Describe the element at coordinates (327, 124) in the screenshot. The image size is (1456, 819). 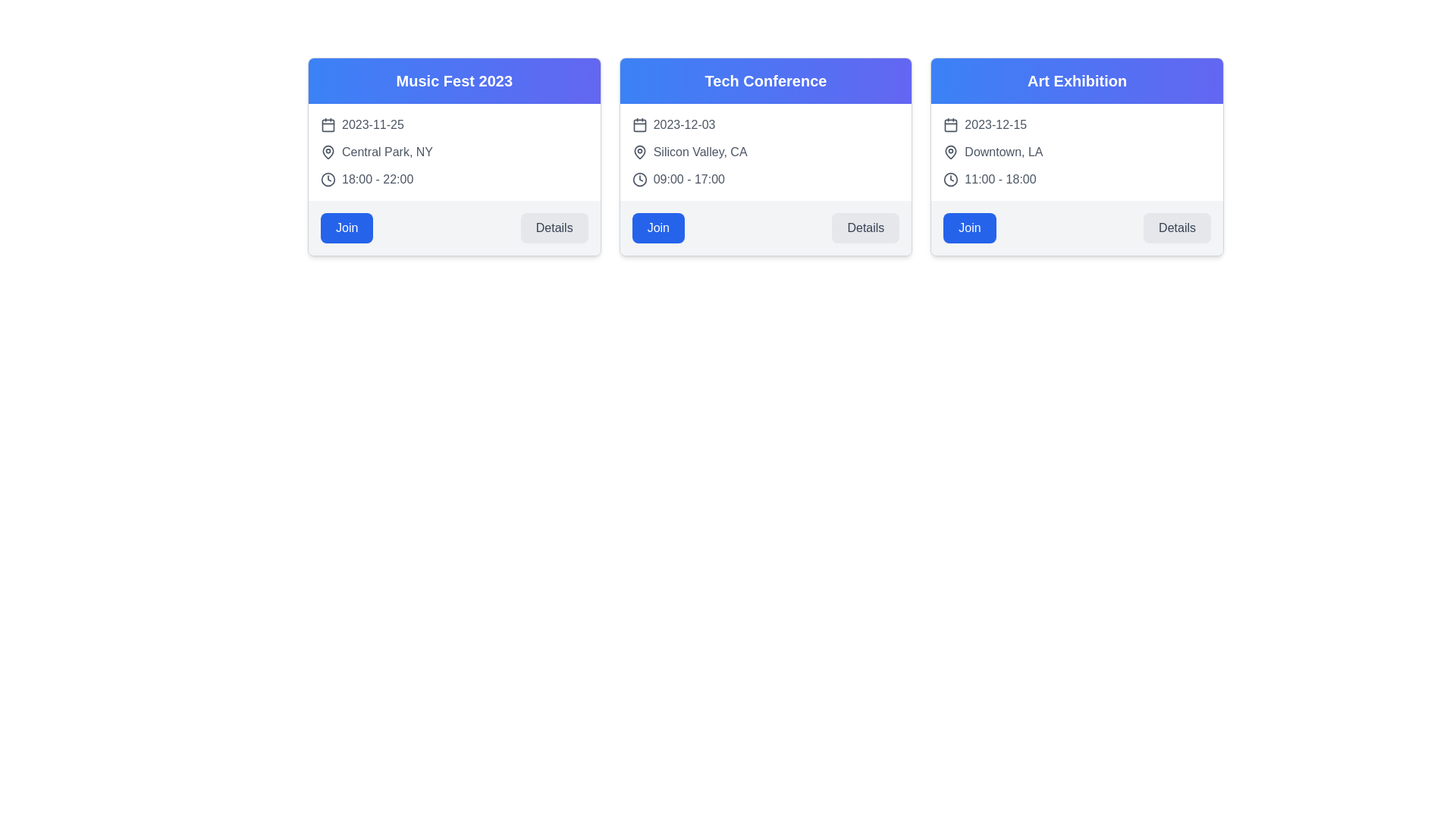
I see `the calendar icon located in the top section of the 'Music Fest 2023' card, which visually signifies the date '2023-11-25'` at that location.